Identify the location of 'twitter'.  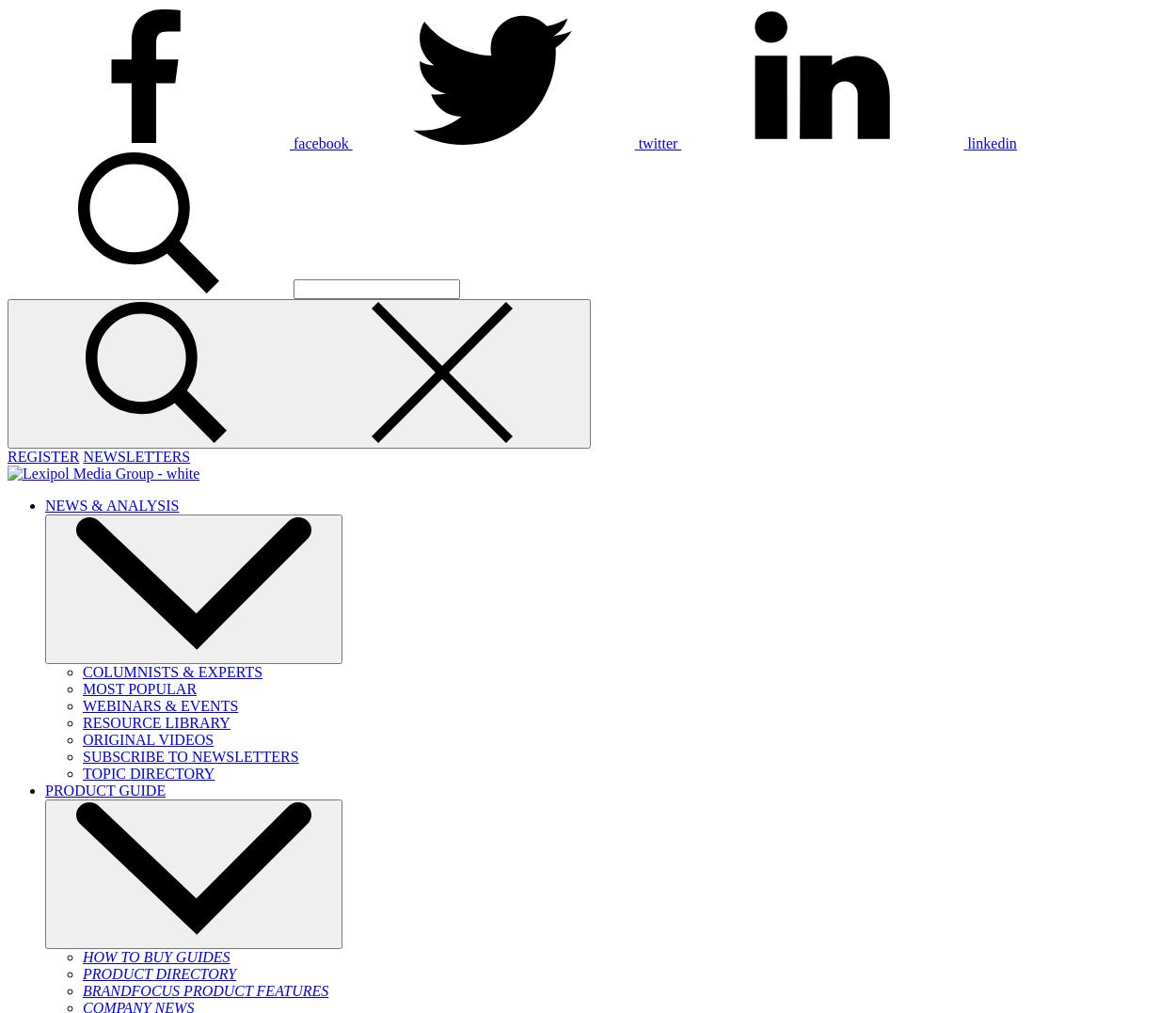
(659, 143).